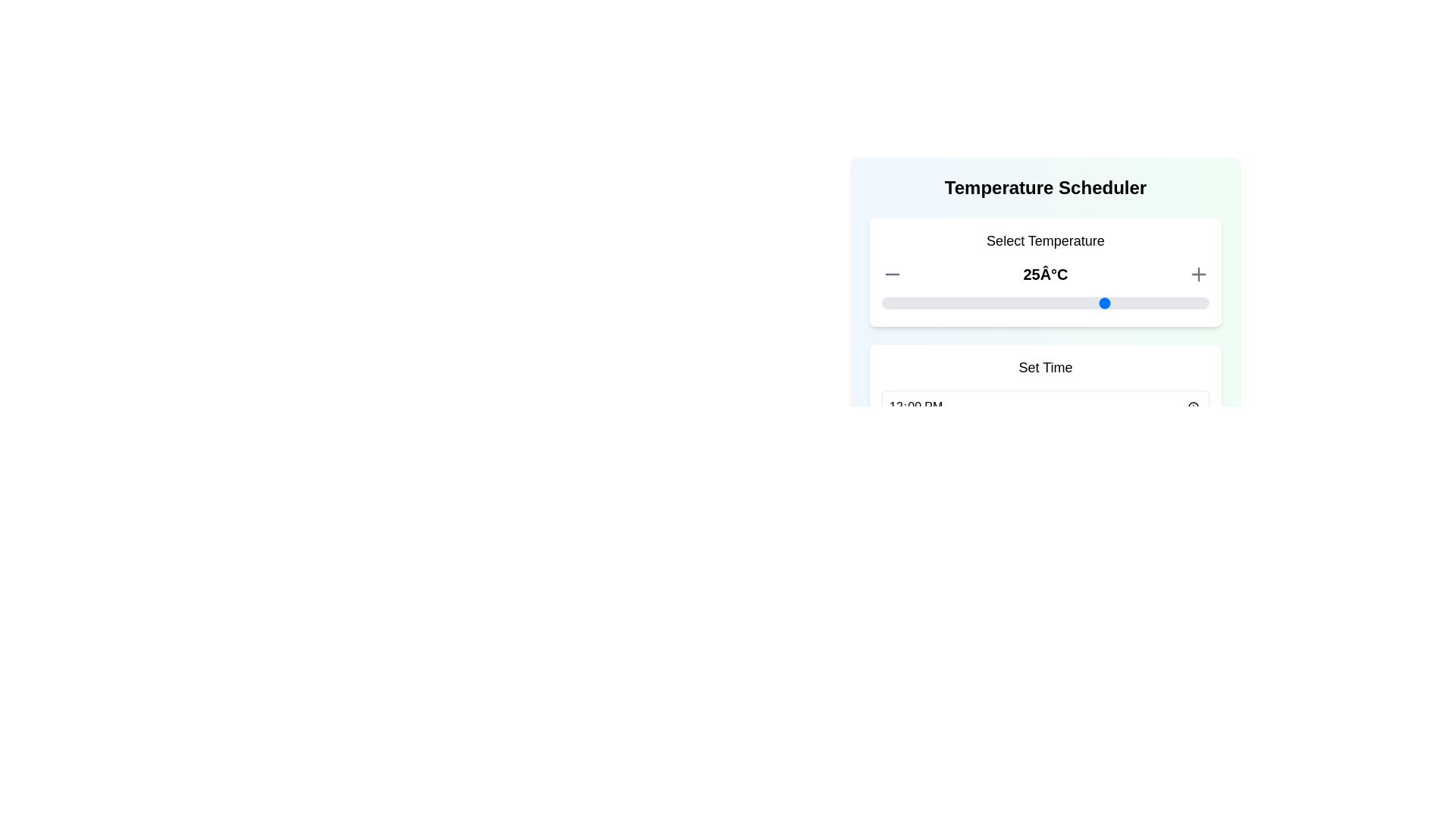  What do you see at coordinates (914, 303) in the screenshot?
I see `the temperature slider` at bounding box center [914, 303].